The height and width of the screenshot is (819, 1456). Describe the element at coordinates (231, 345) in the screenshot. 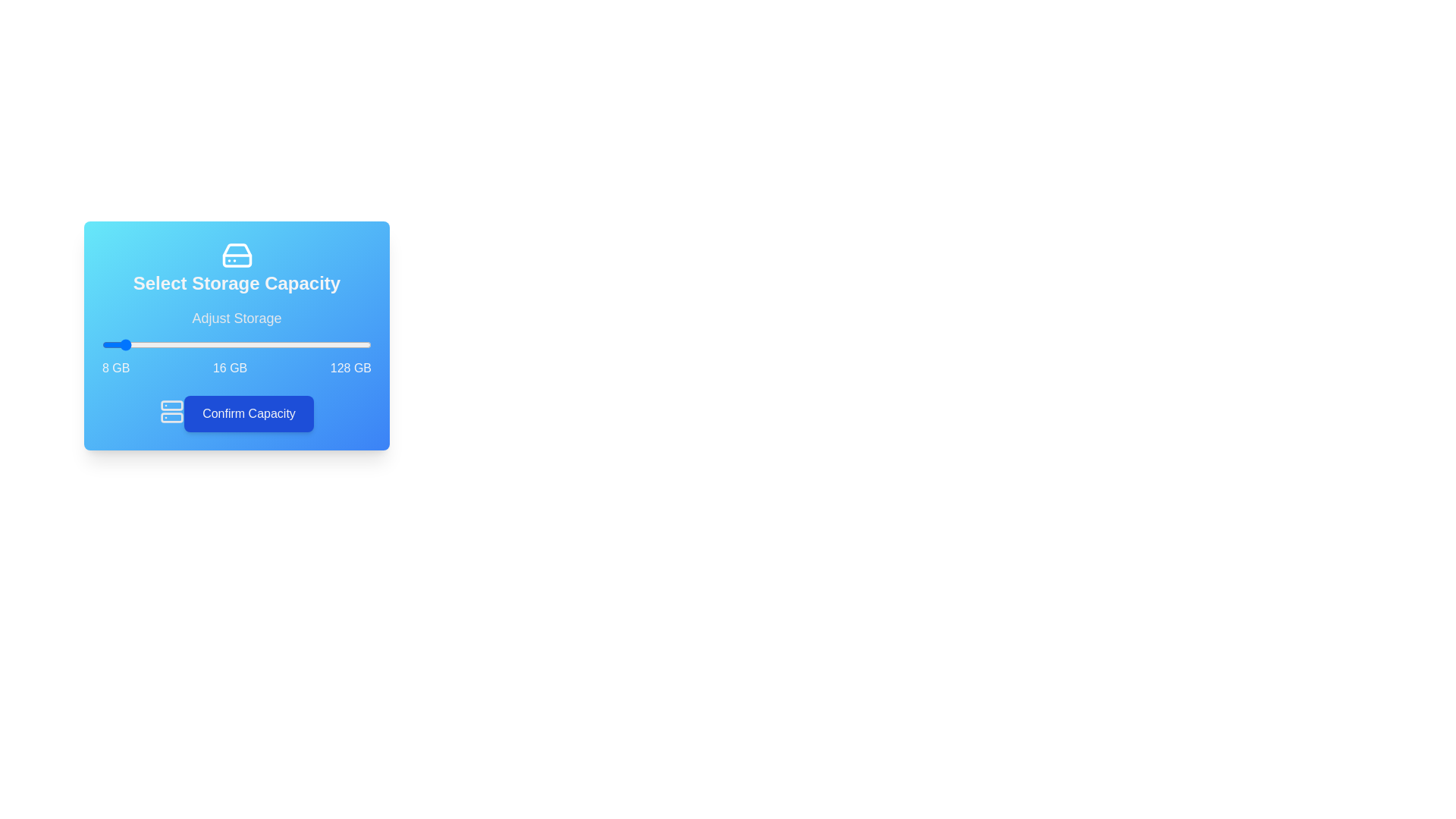

I see `the storage slider to set the capacity to 66 GB` at that location.